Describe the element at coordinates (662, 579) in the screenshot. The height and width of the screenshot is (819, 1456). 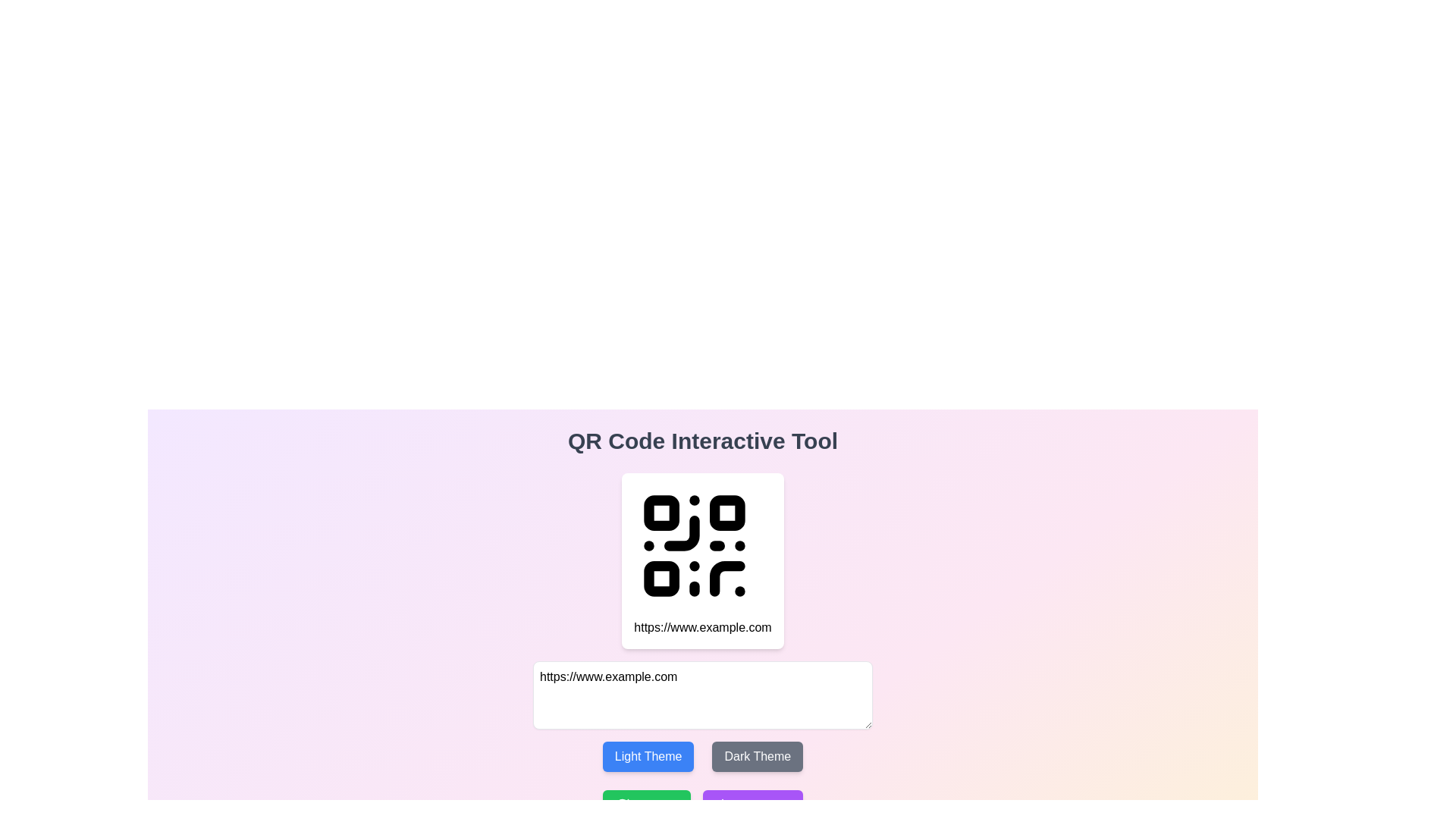
I see `the small rounded rectangular shape located in the lower-left section of the QR code, specifically the third rectangular block among its children` at that location.